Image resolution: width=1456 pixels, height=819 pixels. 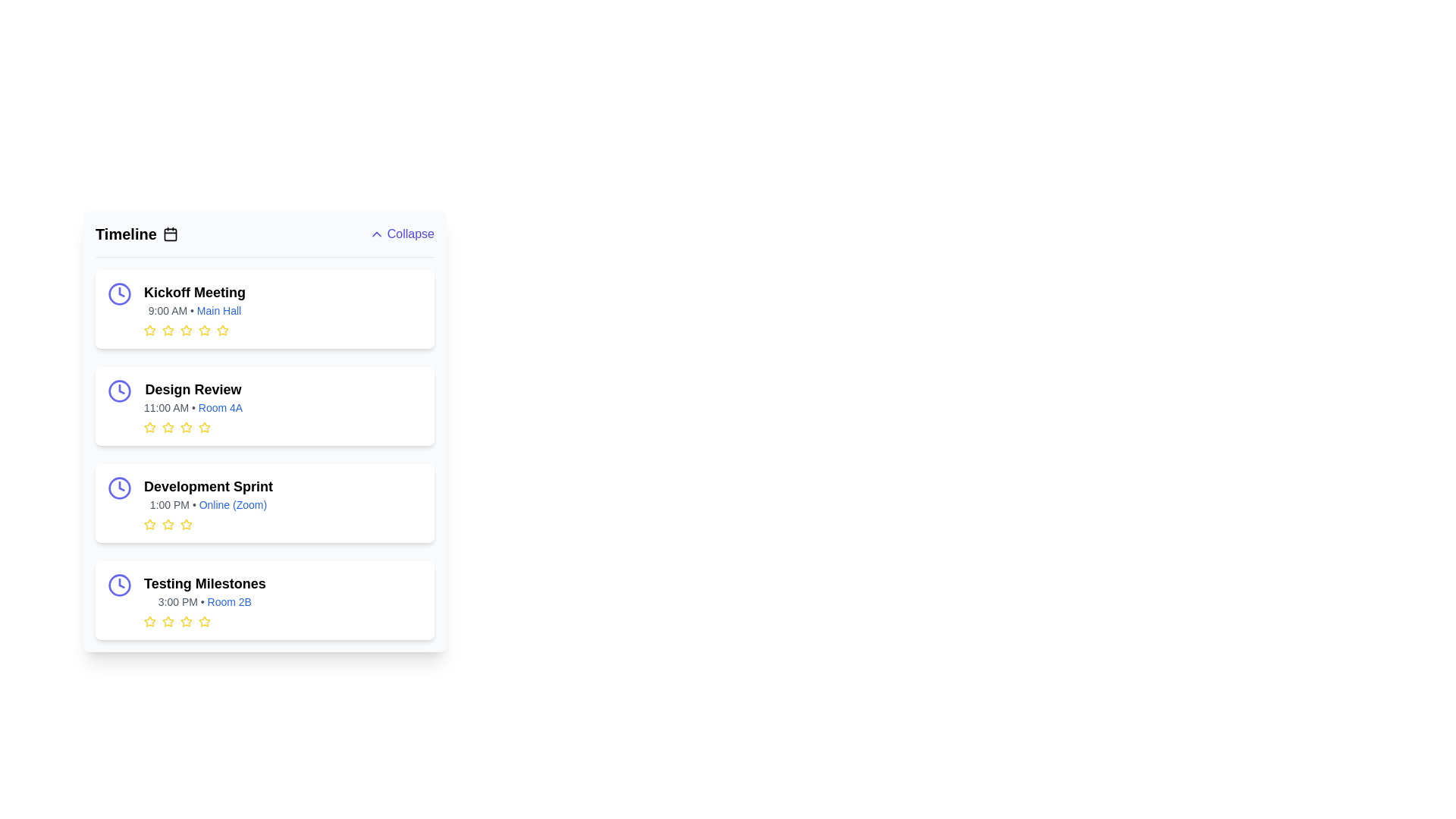 What do you see at coordinates (207, 505) in the screenshot?
I see `schedule details text label located below the 'Development Sprint' title and above the star rating icons in the timeline interface` at bounding box center [207, 505].